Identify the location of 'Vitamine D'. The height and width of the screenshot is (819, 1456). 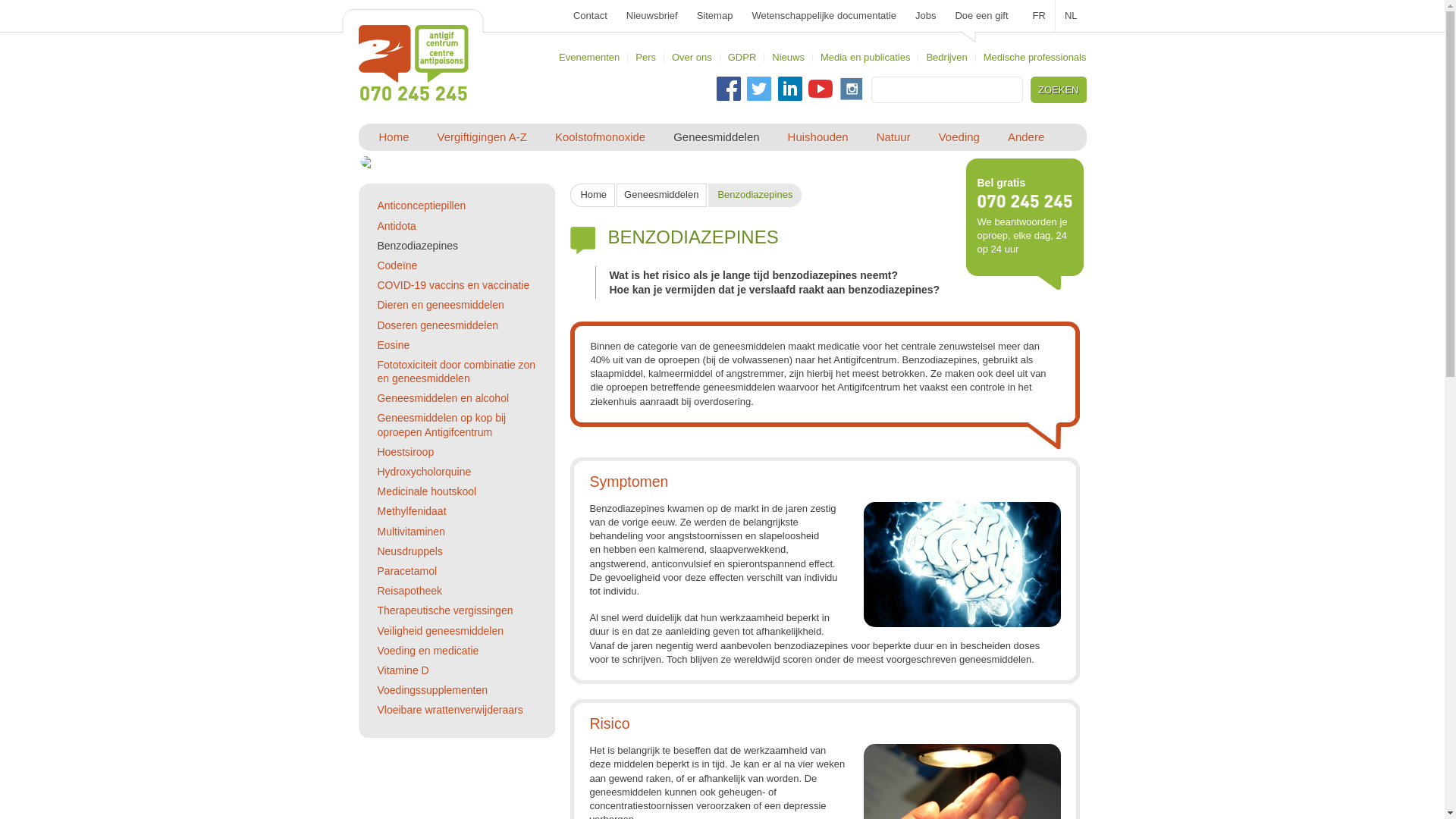
(403, 669).